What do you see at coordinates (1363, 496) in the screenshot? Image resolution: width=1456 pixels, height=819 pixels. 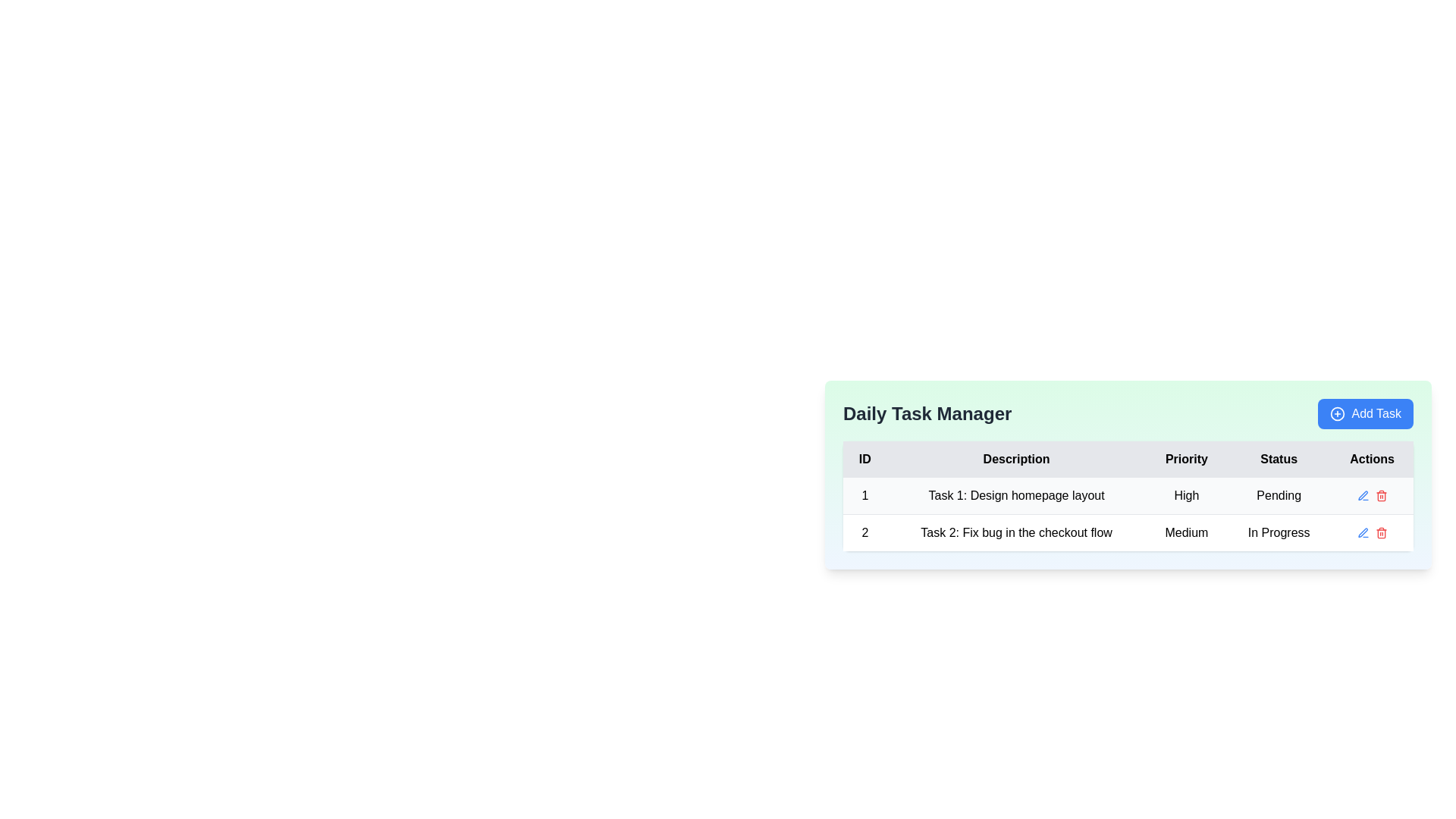 I see `the icon button in the second row of the table under the 'Actions' column to possibly see a tooltip` at bounding box center [1363, 496].